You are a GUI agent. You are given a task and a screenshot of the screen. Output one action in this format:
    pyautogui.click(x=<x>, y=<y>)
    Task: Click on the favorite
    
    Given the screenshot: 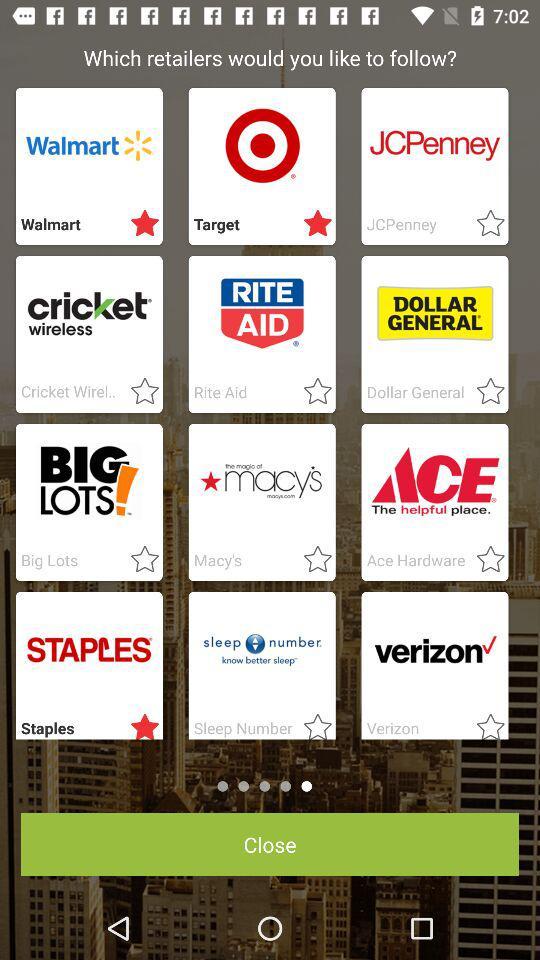 What is the action you would take?
    pyautogui.click(x=138, y=560)
    